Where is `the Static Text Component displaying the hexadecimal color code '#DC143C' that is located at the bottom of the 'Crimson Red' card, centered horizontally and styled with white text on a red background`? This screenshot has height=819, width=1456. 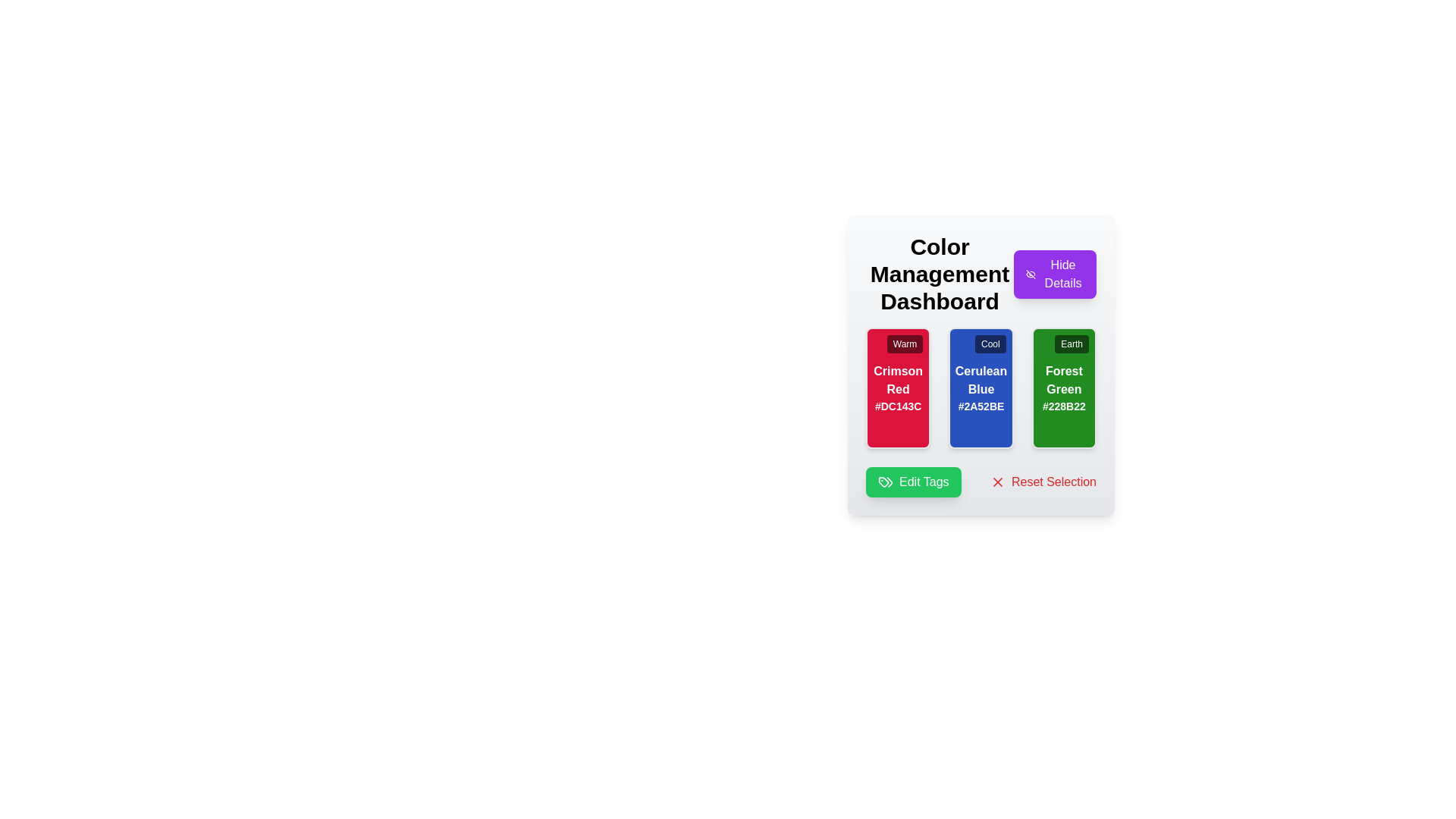 the Static Text Component displaying the hexadecimal color code '#DC143C' that is located at the bottom of the 'Crimson Red' card, centered horizontally and styled with white text on a red background is located at coordinates (898, 406).